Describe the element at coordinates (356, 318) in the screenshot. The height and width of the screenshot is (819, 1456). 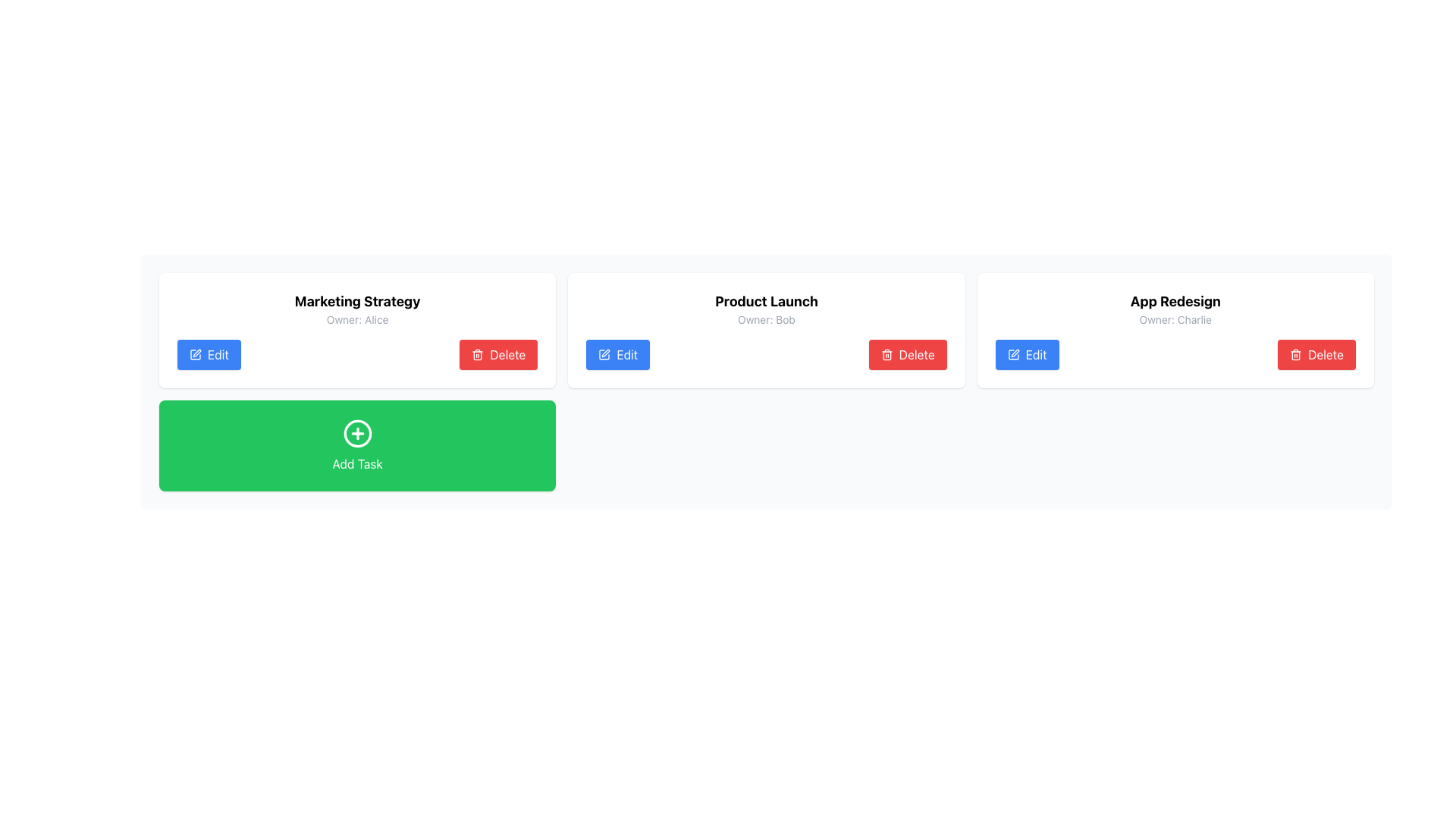
I see `the text label displaying 'Owner: Alice', which is located below the title 'Marketing Strategy' and above the 'Edit' and 'Delete' buttons, within a white card with rounded corners` at that location.